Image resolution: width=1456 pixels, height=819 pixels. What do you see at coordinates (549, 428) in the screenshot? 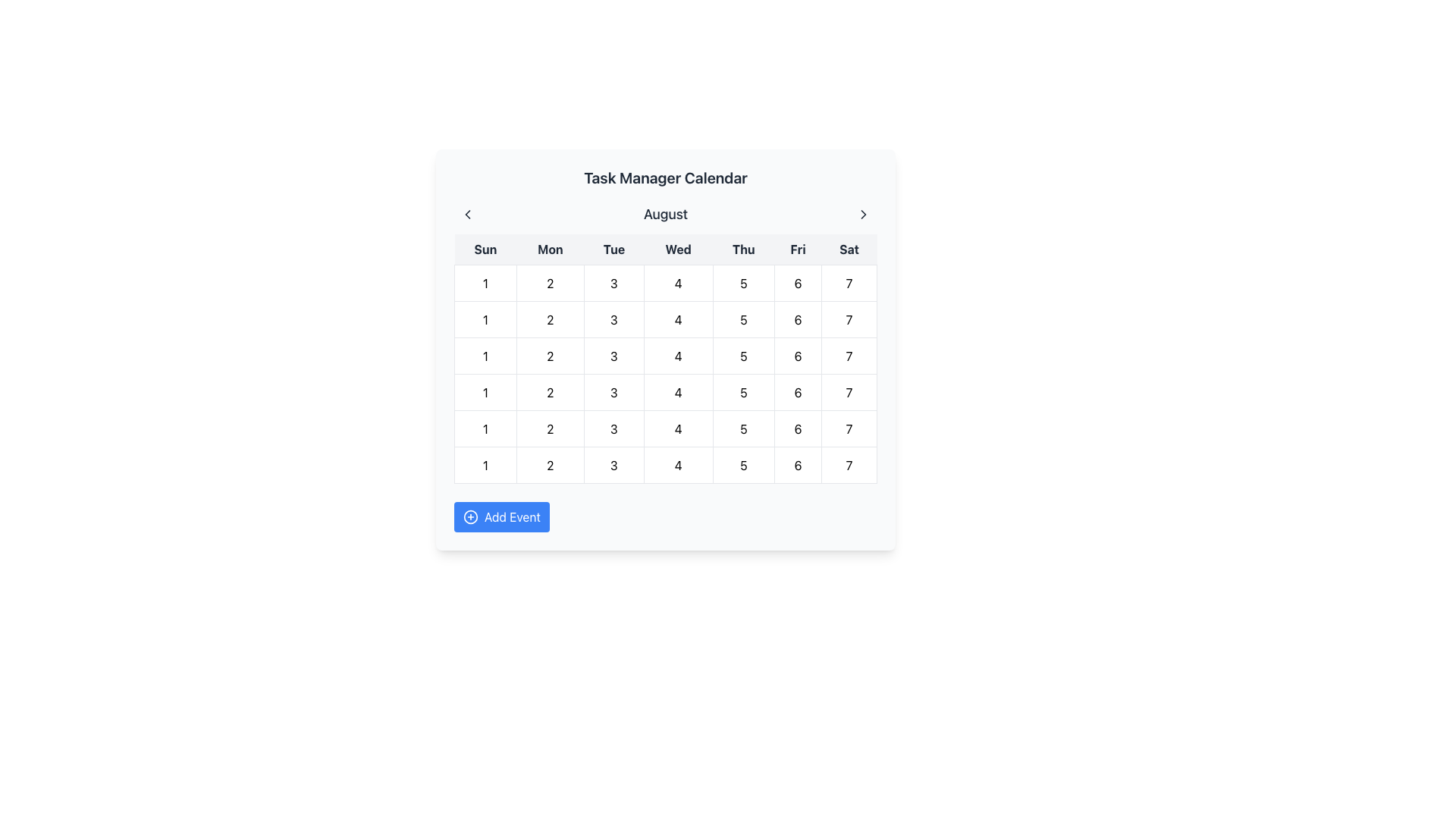
I see `the calendar date '2' in the second column under 'Mon' and fourth row` at bounding box center [549, 428].